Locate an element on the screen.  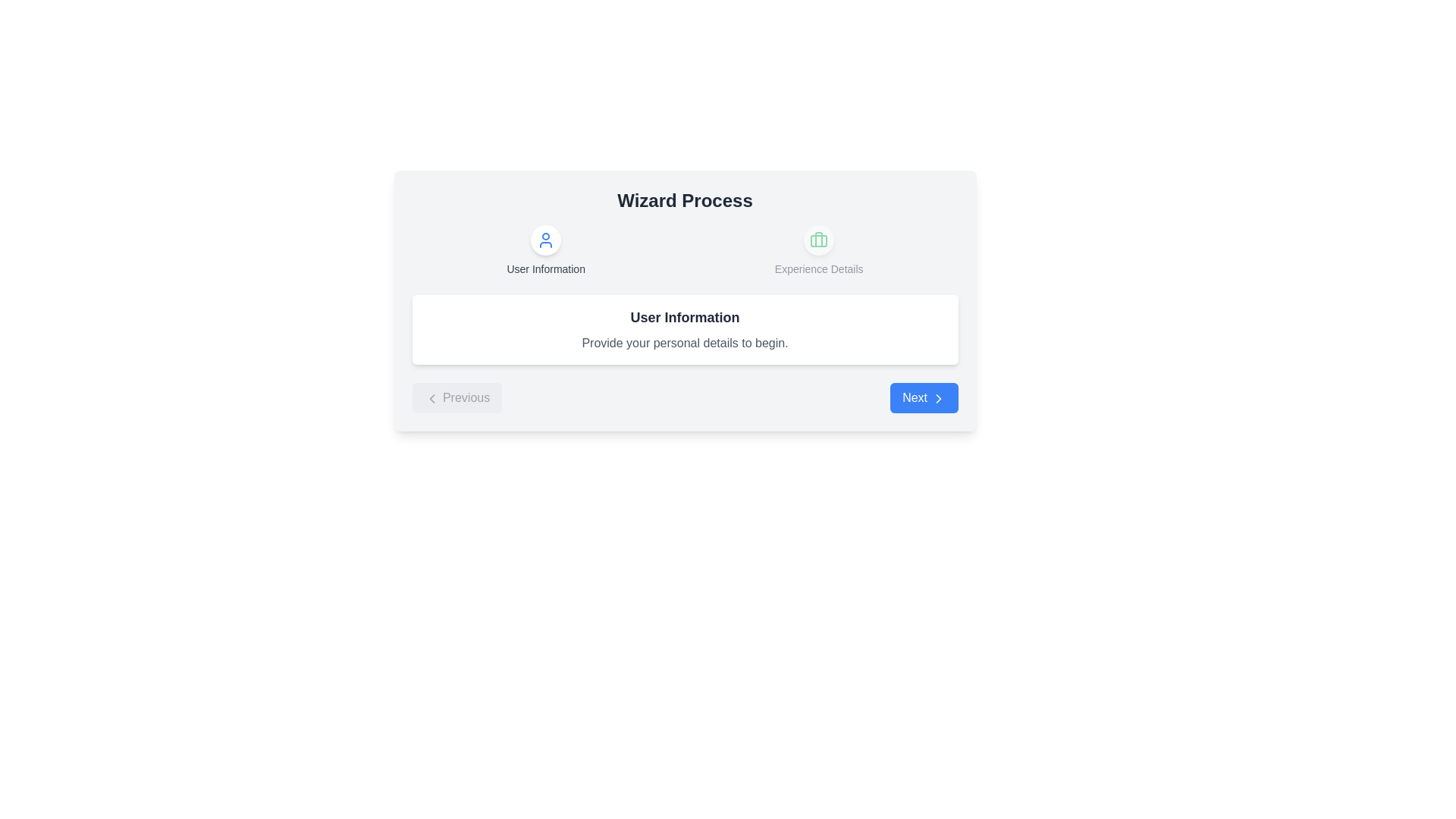
the chevron icon indicating 'next' navigation, located within the 'Next' button at the bottom-right corner of the card interface is located at coordinates (937, 397).